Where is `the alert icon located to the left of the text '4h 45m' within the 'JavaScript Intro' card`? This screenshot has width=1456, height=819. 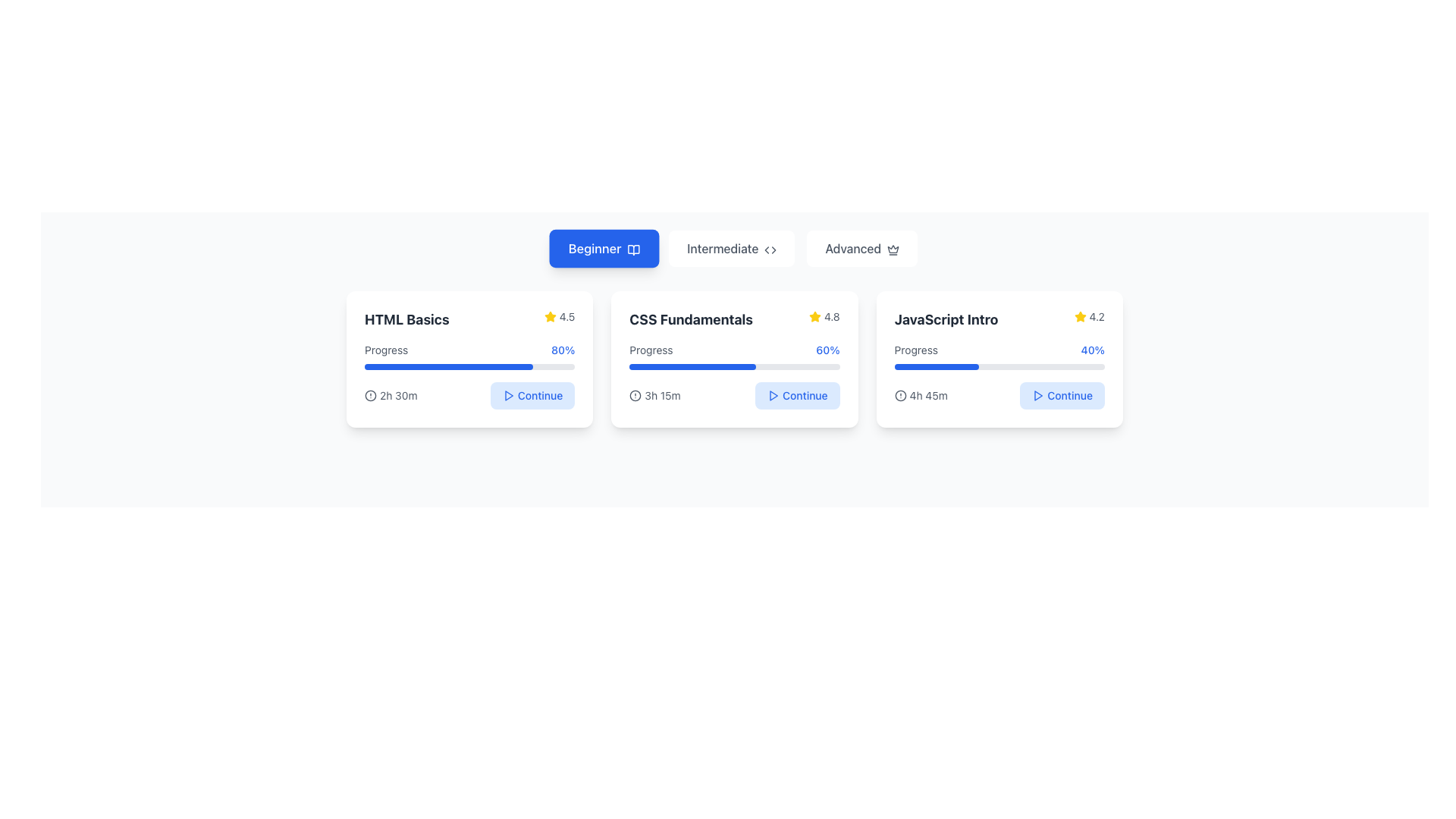 the alert icon located to the left of the text '4h 45m' within the 'JavaScript Intro' card is located at coordinates (900, 394).